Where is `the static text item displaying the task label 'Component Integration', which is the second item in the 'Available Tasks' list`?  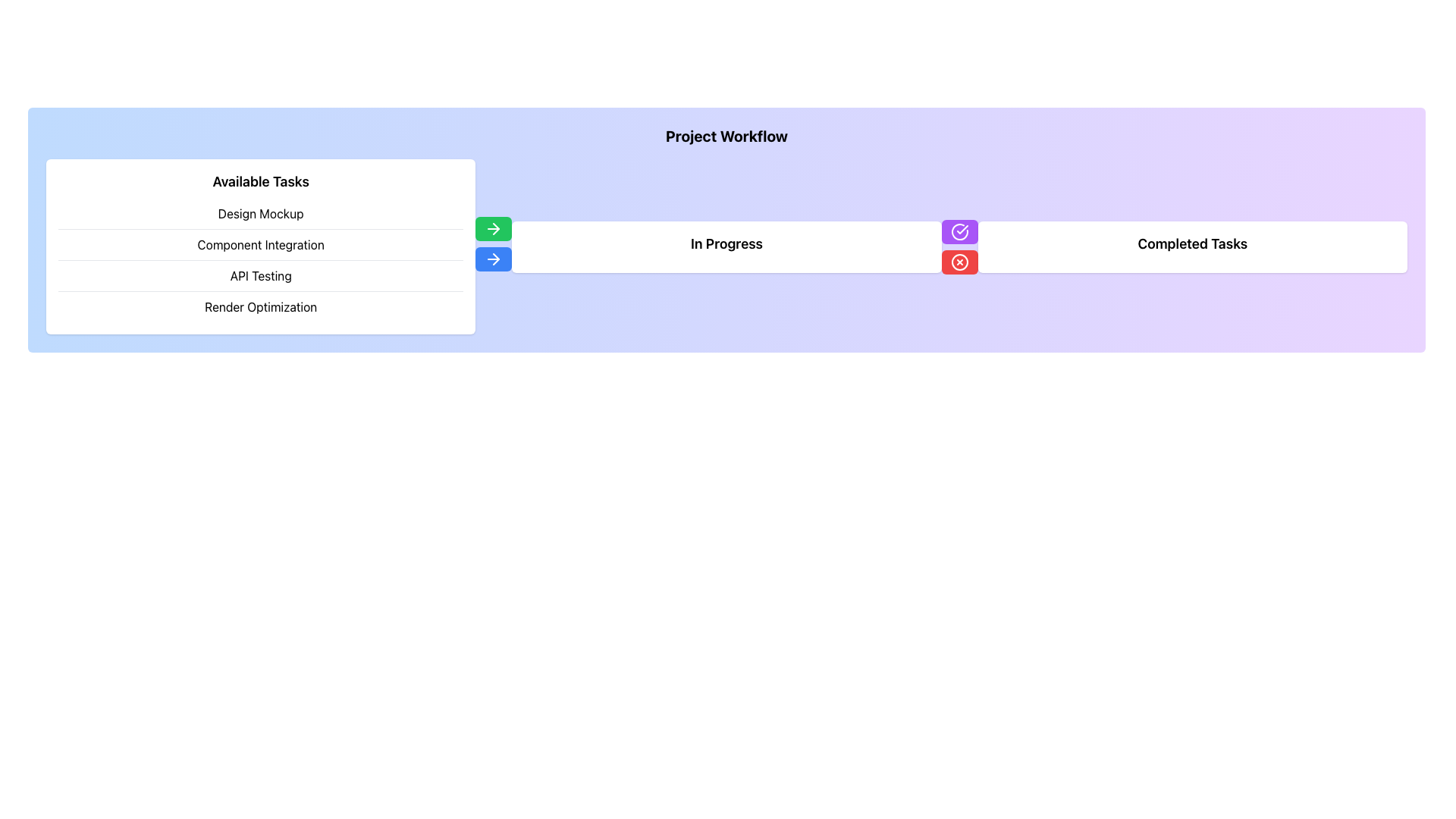 the static text item displaying the task label 'Component Integration', which is the second item in the 'Available Tasks' list is located at coordinates (261, 244).